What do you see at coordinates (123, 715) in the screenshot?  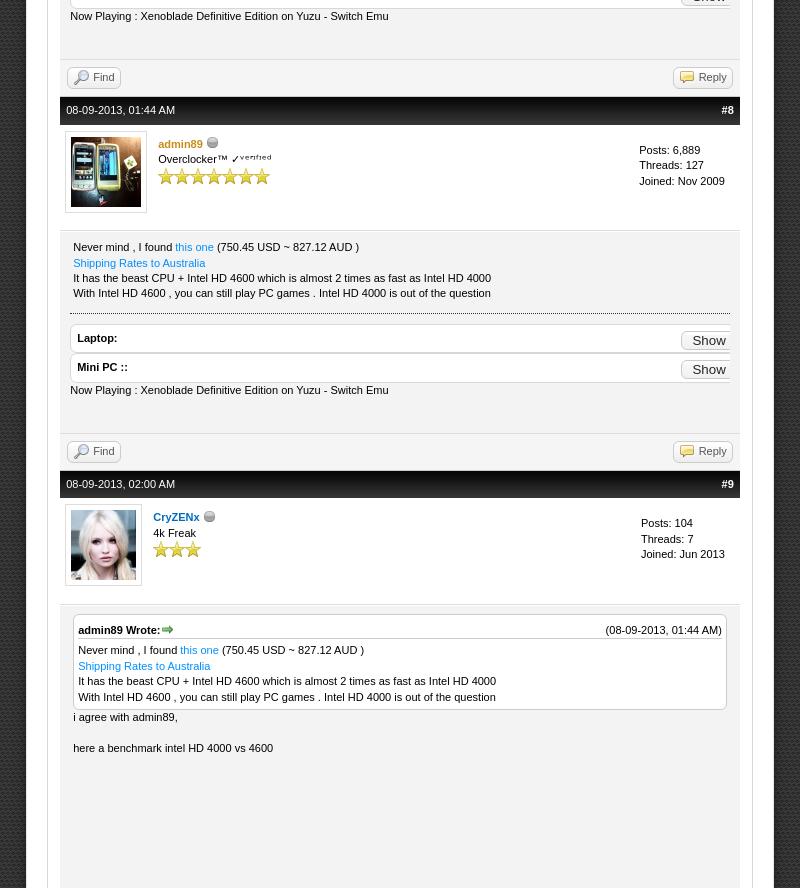 I see `'i agree with admin89,'` at bounding box center [123, 715].